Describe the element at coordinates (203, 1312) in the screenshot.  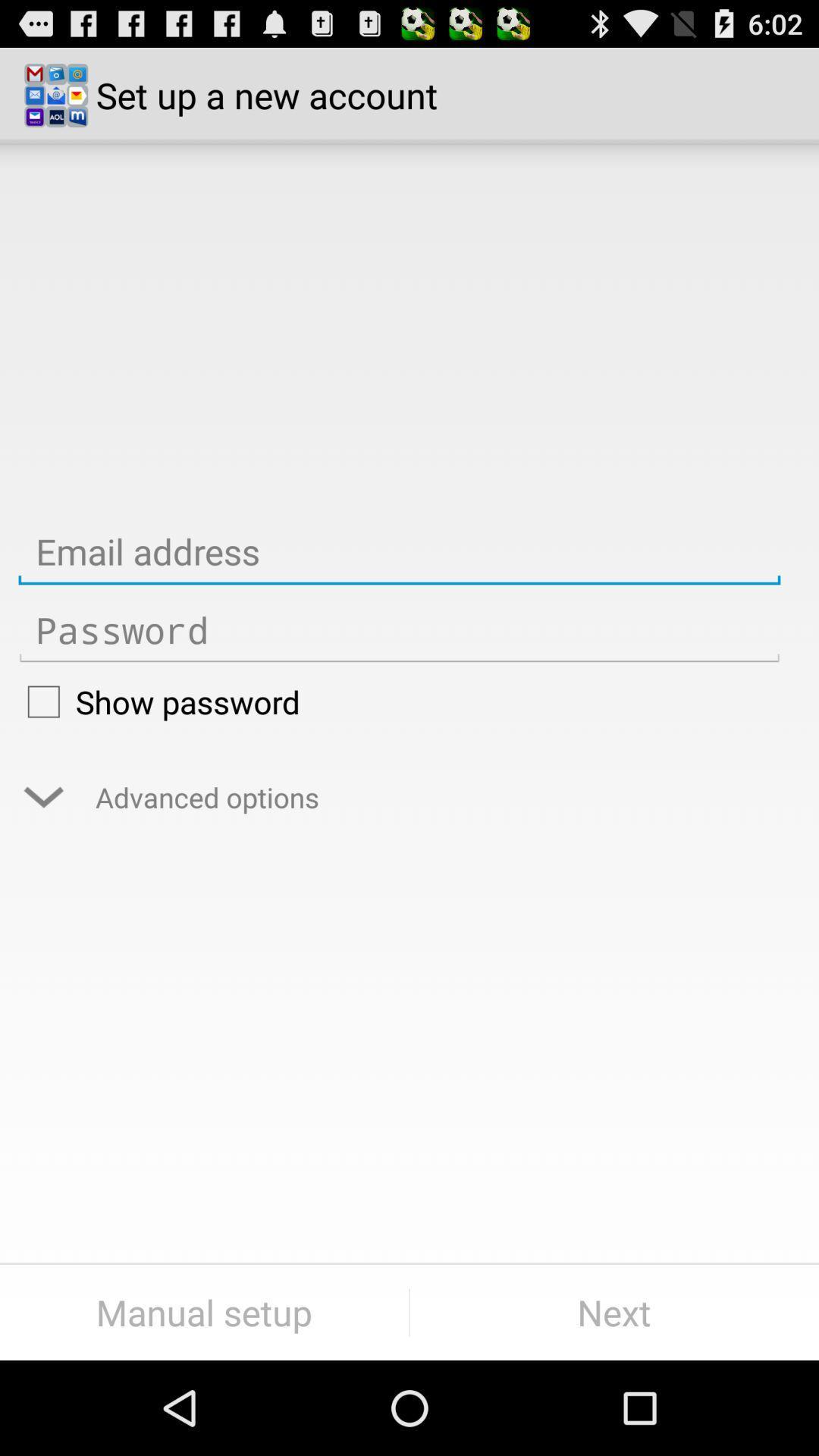
I see `the icon to the left of the next item` at that location.